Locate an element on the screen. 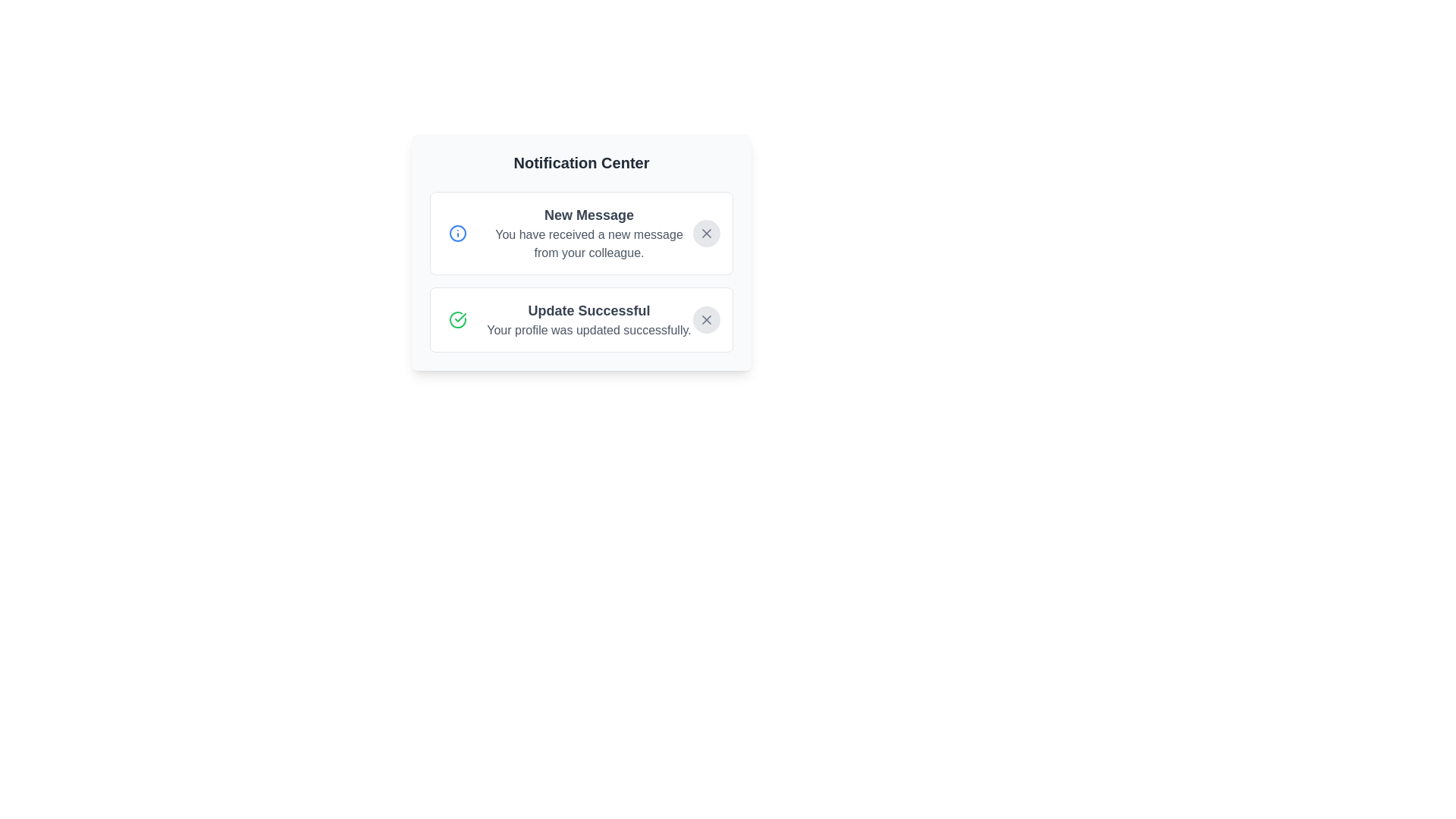 The height and width of the screenshot is (819, 1456). the dismiss button for the notification titled 'Update Successful' is located at coordinates (705, 318).